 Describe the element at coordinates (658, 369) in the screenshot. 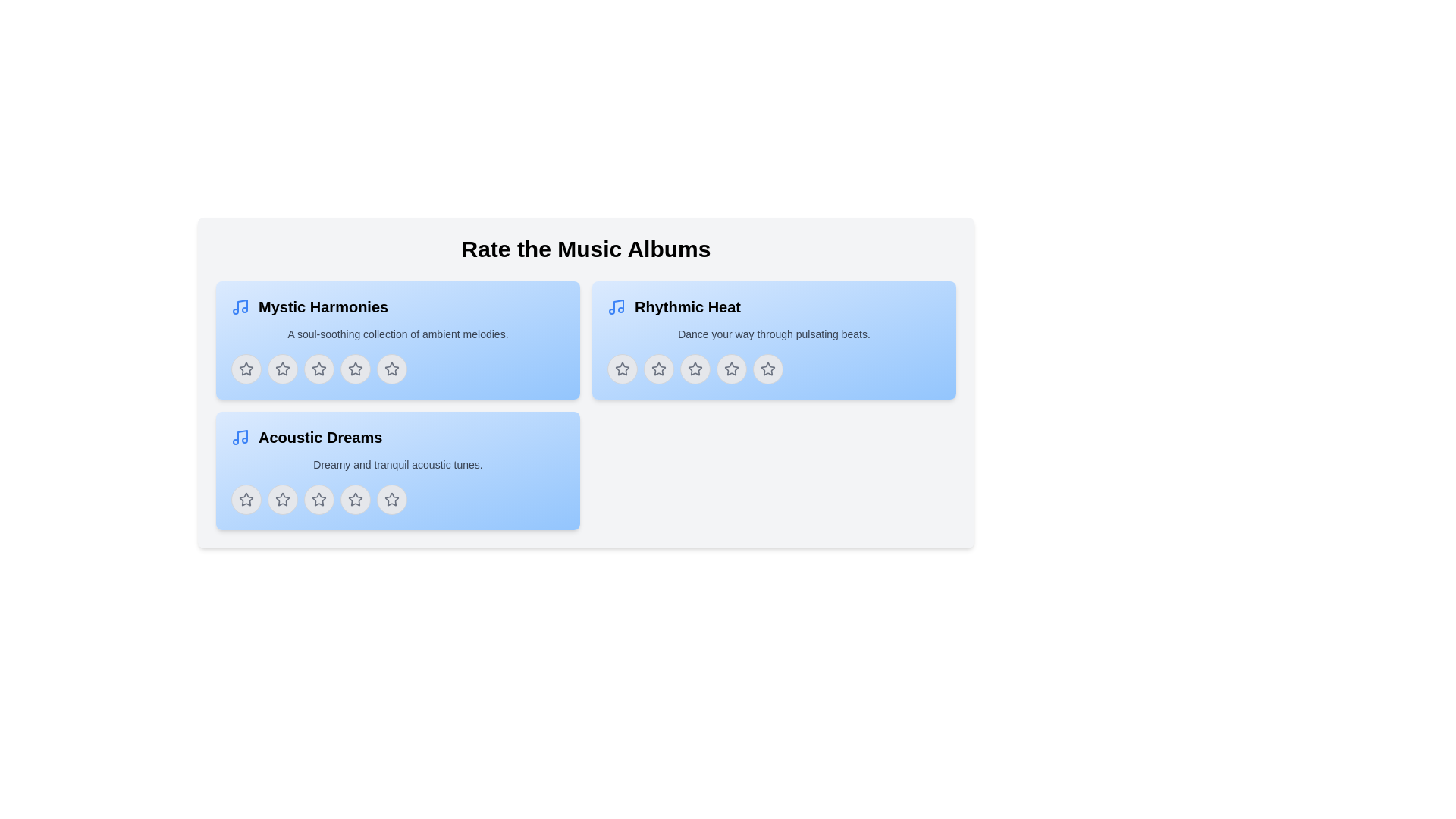

I see `the first rating star icon in the 'Rhythmic Heat' music album card` at that location.